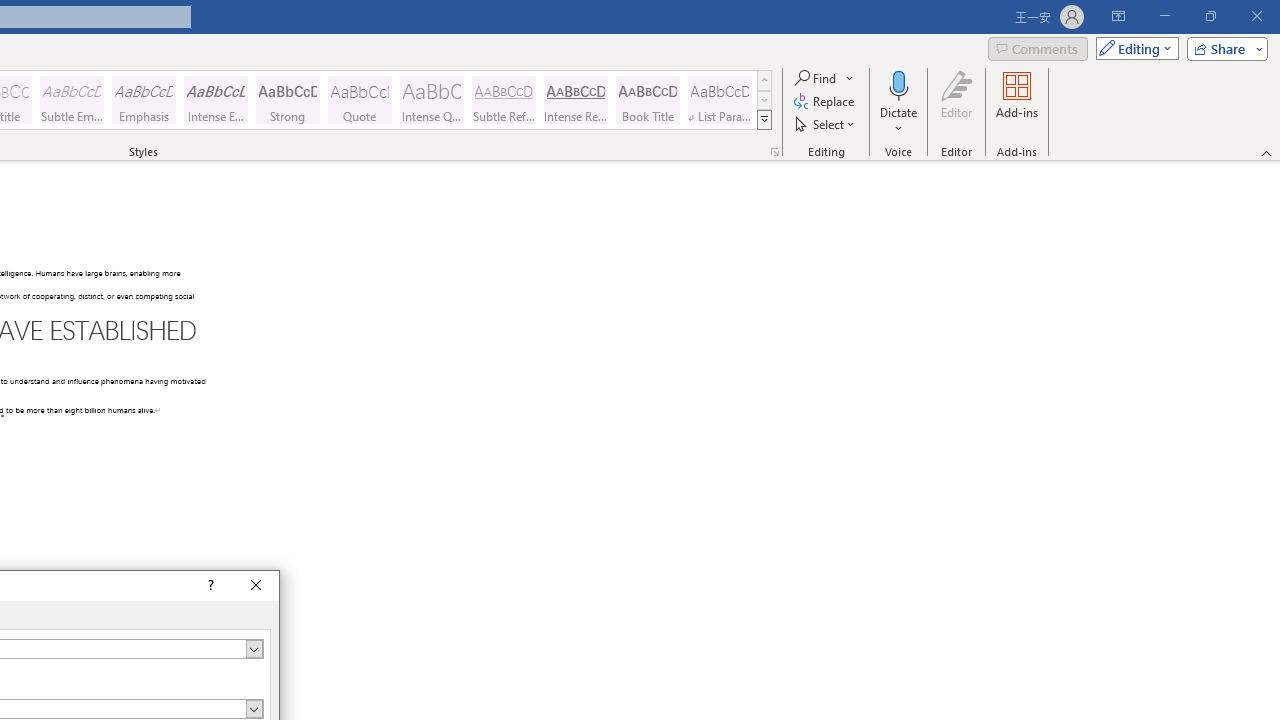  I want to click on 'Row up', so click(763, 79).